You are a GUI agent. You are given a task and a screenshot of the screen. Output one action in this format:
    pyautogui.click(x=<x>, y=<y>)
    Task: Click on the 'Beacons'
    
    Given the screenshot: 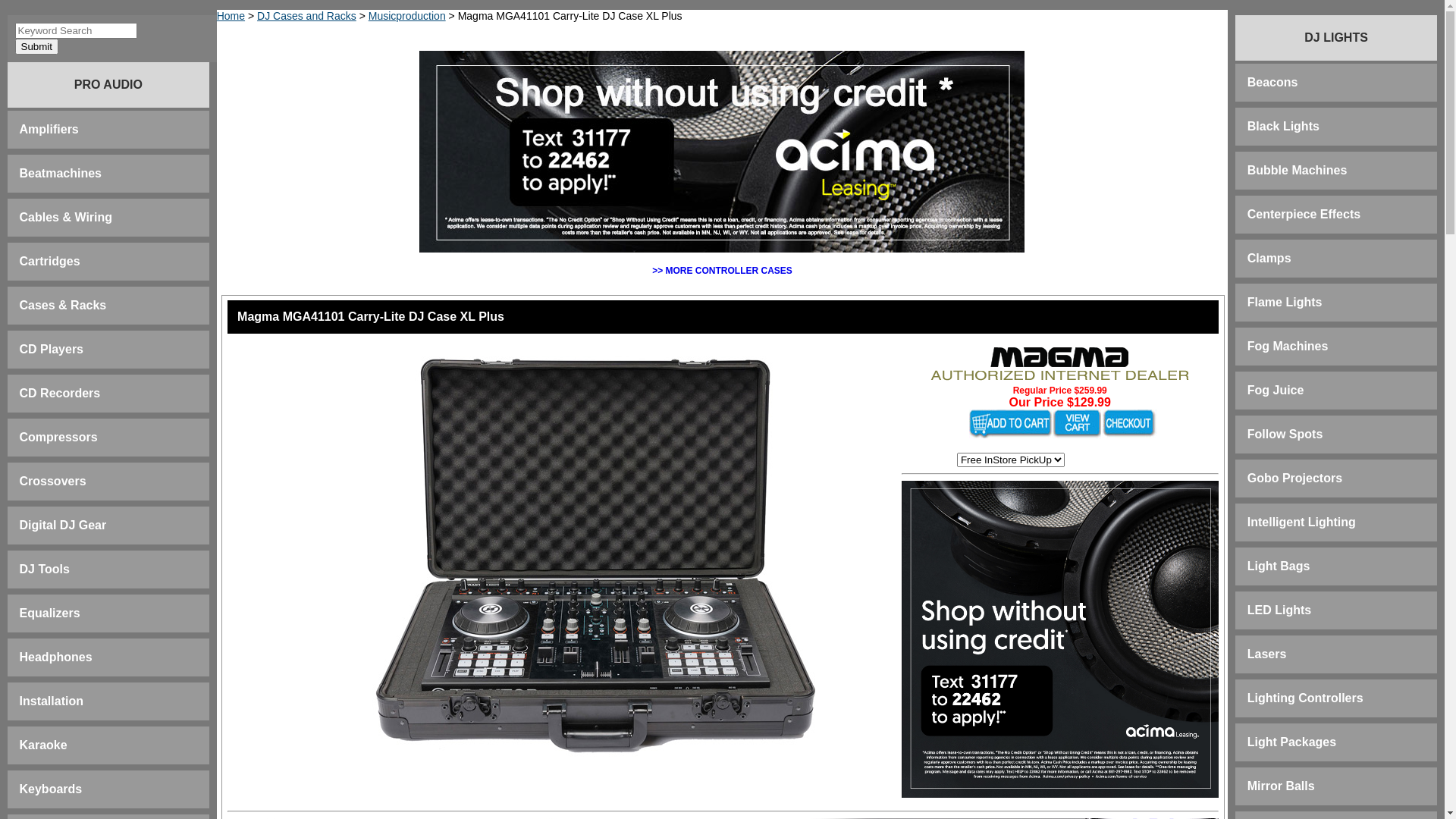 What is the action you would take?
    pyautogui.click(x=1272, y=82)
    